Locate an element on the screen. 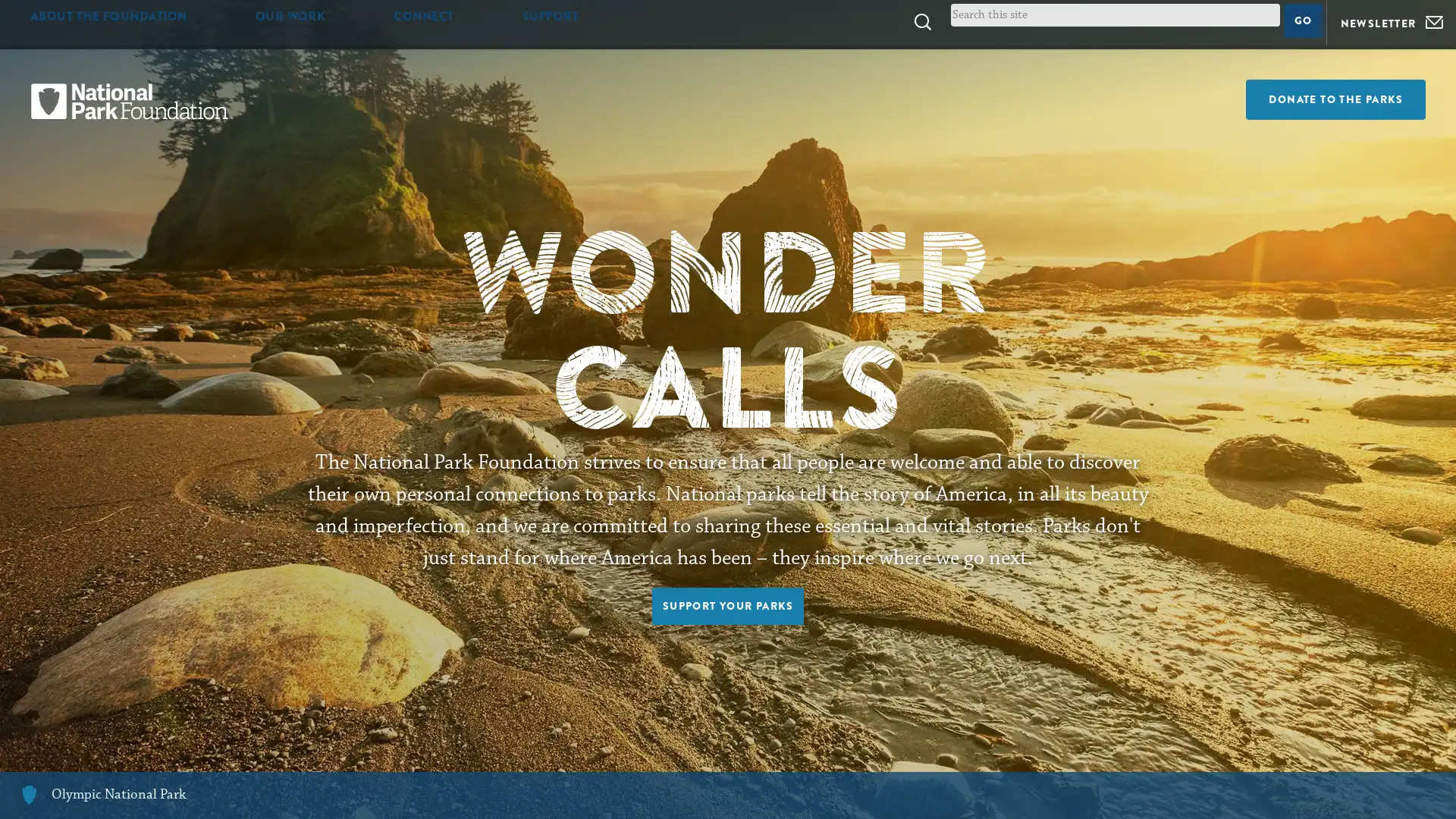 Image resolution: width=1456 pixels, height=819 pixels. Go is located at coordinates (1310, 65).